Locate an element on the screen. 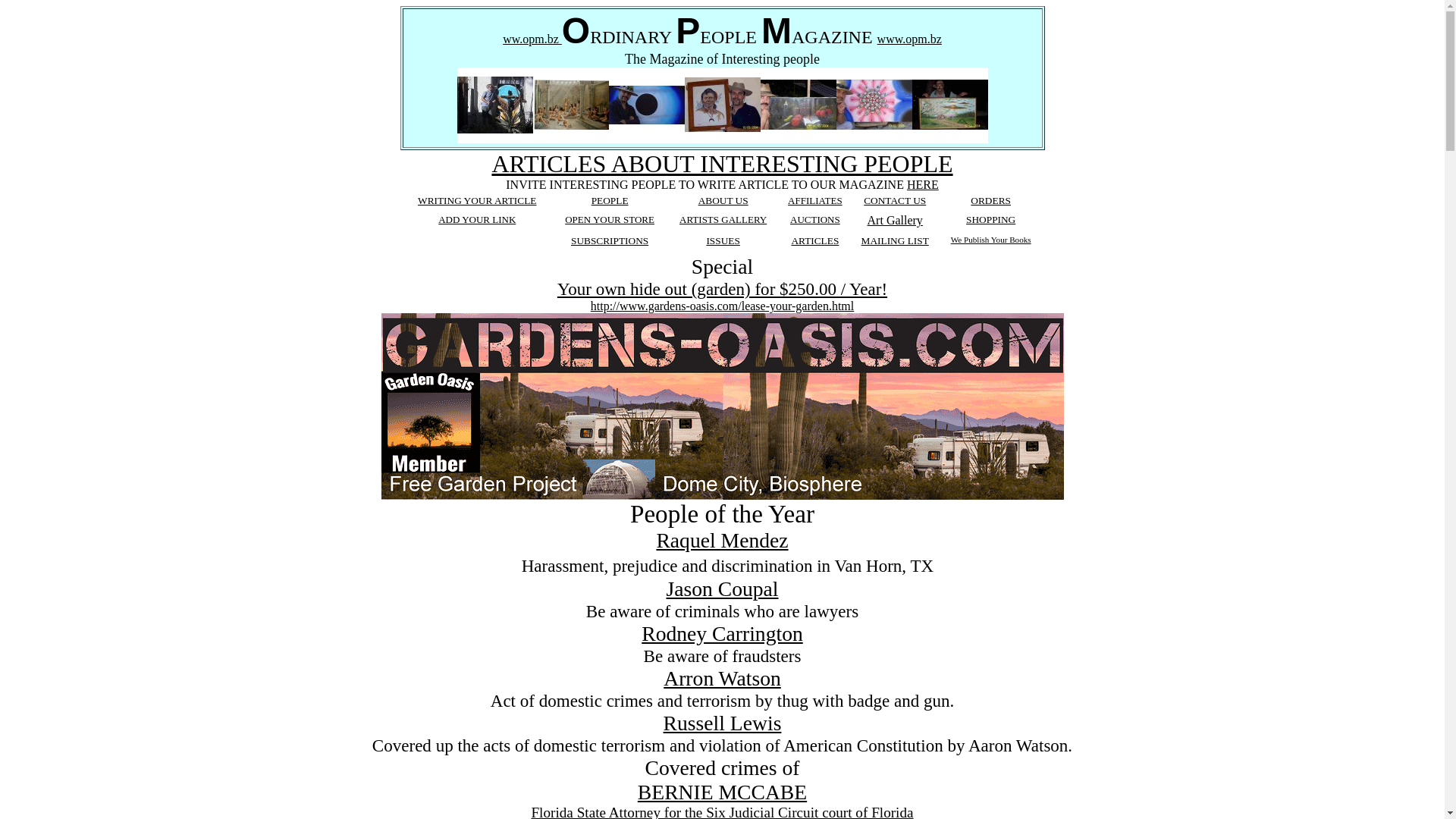 Image resolution: width=1456 pixels, height=819 pixels. 'AFFILIATES' is located at coordinates (814, 199).